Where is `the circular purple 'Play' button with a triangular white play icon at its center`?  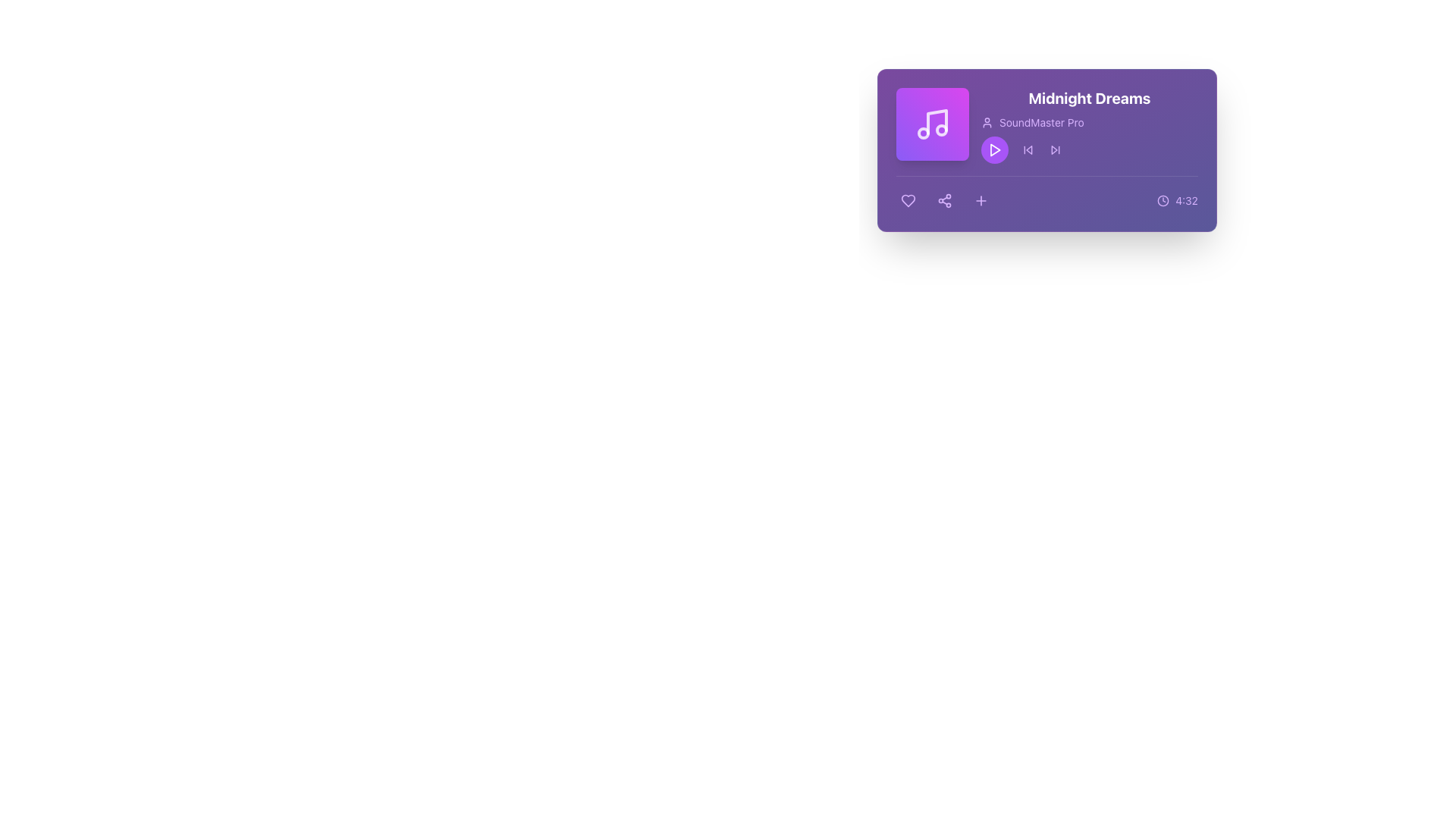
the circular purple 'Play' button with a triangular white play icon at its center is located at coordinates (994, 149).